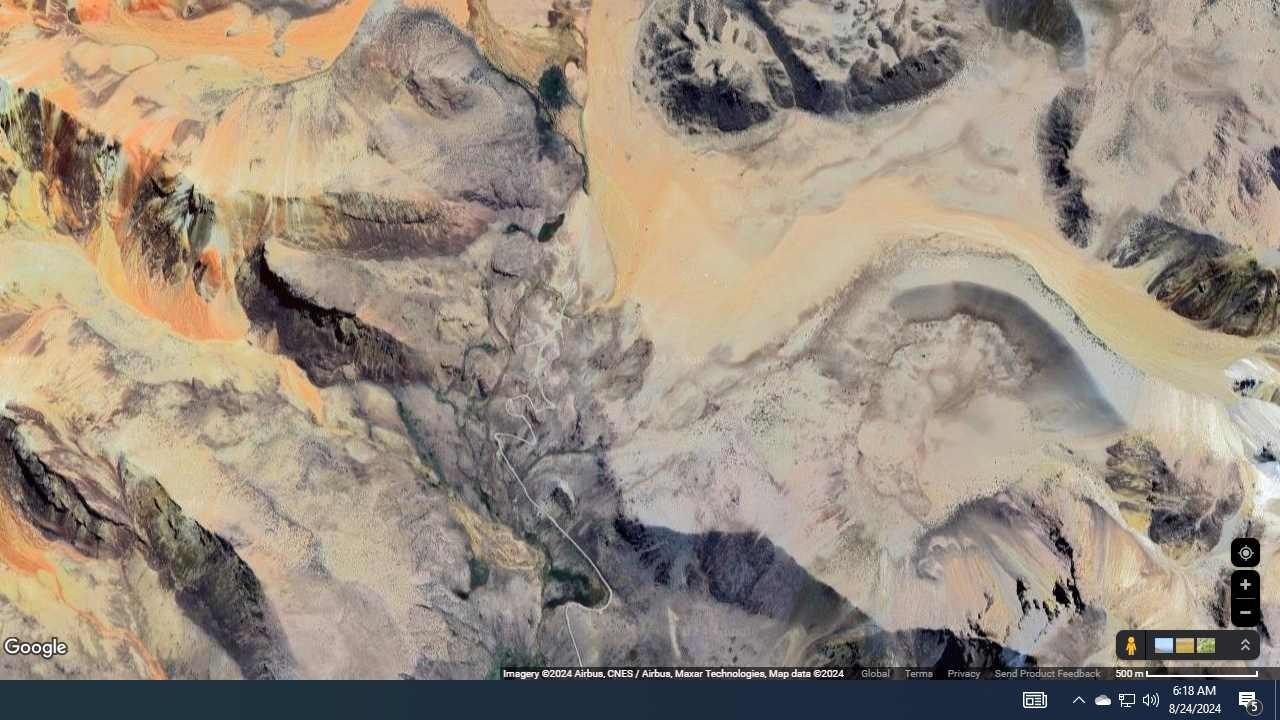 The height and width of the screenshot is (720, 1280). What do you see at coordinates (1202, 645) in the screenshot?
I see `'Show imagery'` at bounding box center [1202, 645].